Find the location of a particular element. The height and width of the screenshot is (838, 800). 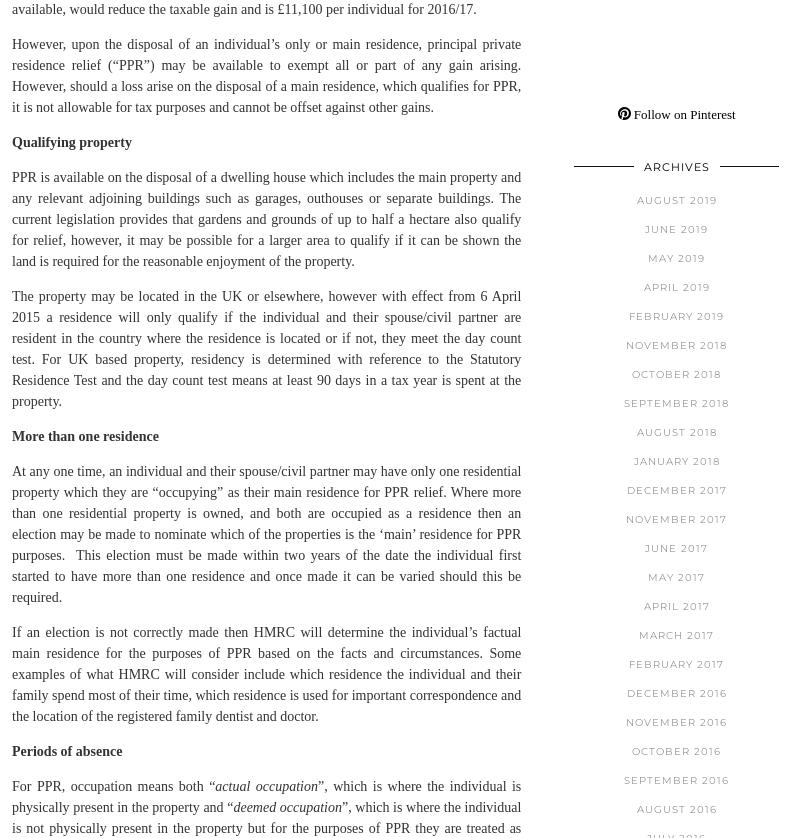

'April 2019' is located at coordinates (676, 285).